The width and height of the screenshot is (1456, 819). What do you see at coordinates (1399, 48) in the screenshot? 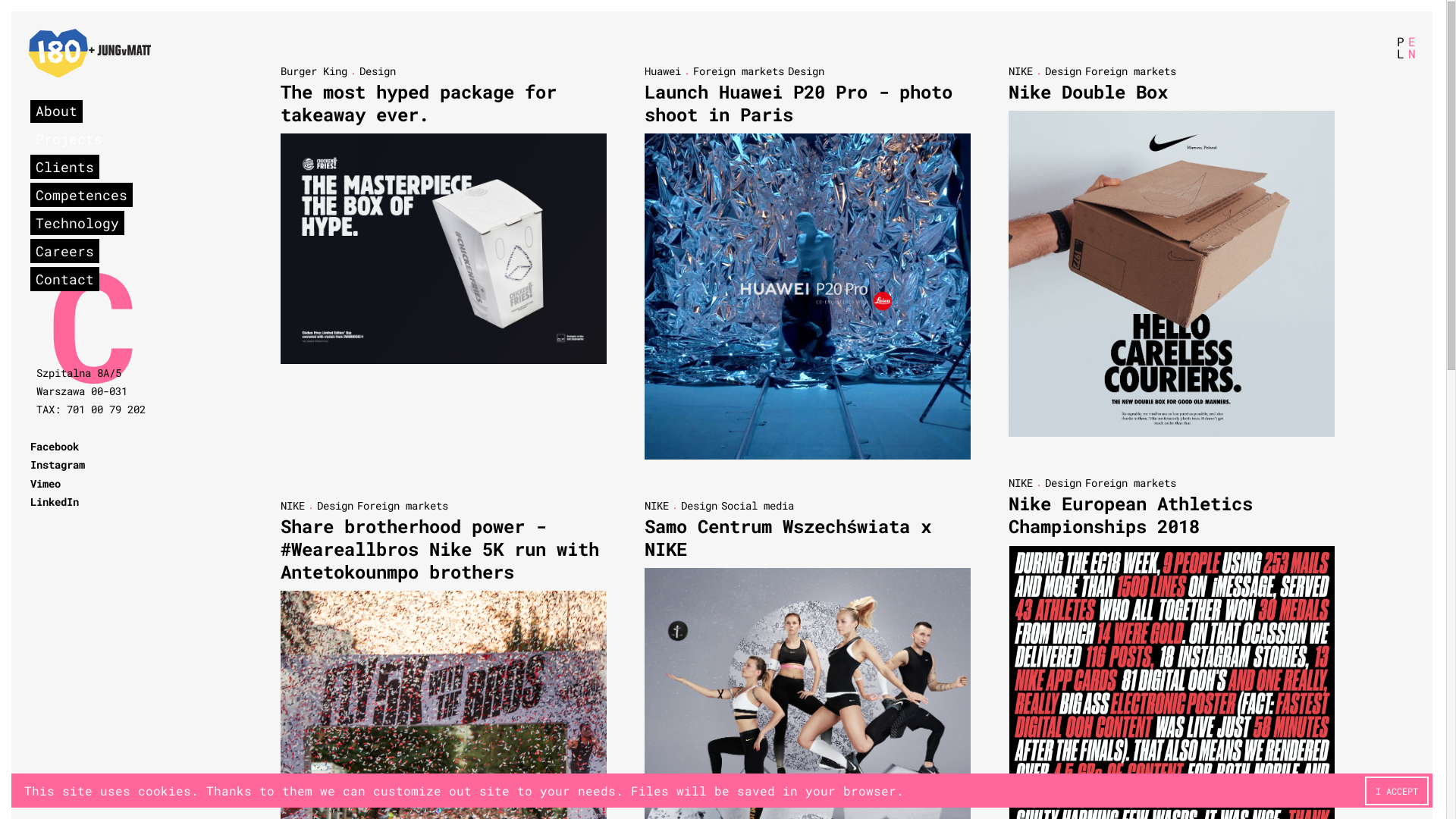
I see `'P` at bounding box center [1399, 48].